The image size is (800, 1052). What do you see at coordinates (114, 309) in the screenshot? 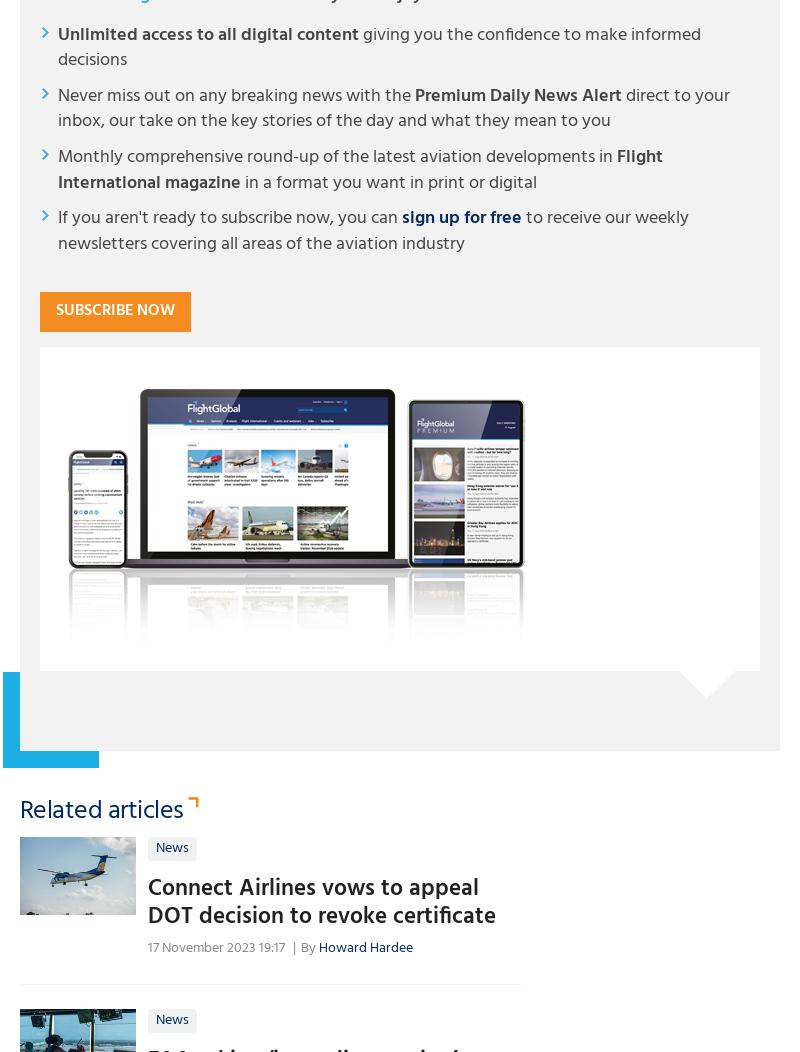
I see `'Subscribe now'` at bounding box center [114, 309].